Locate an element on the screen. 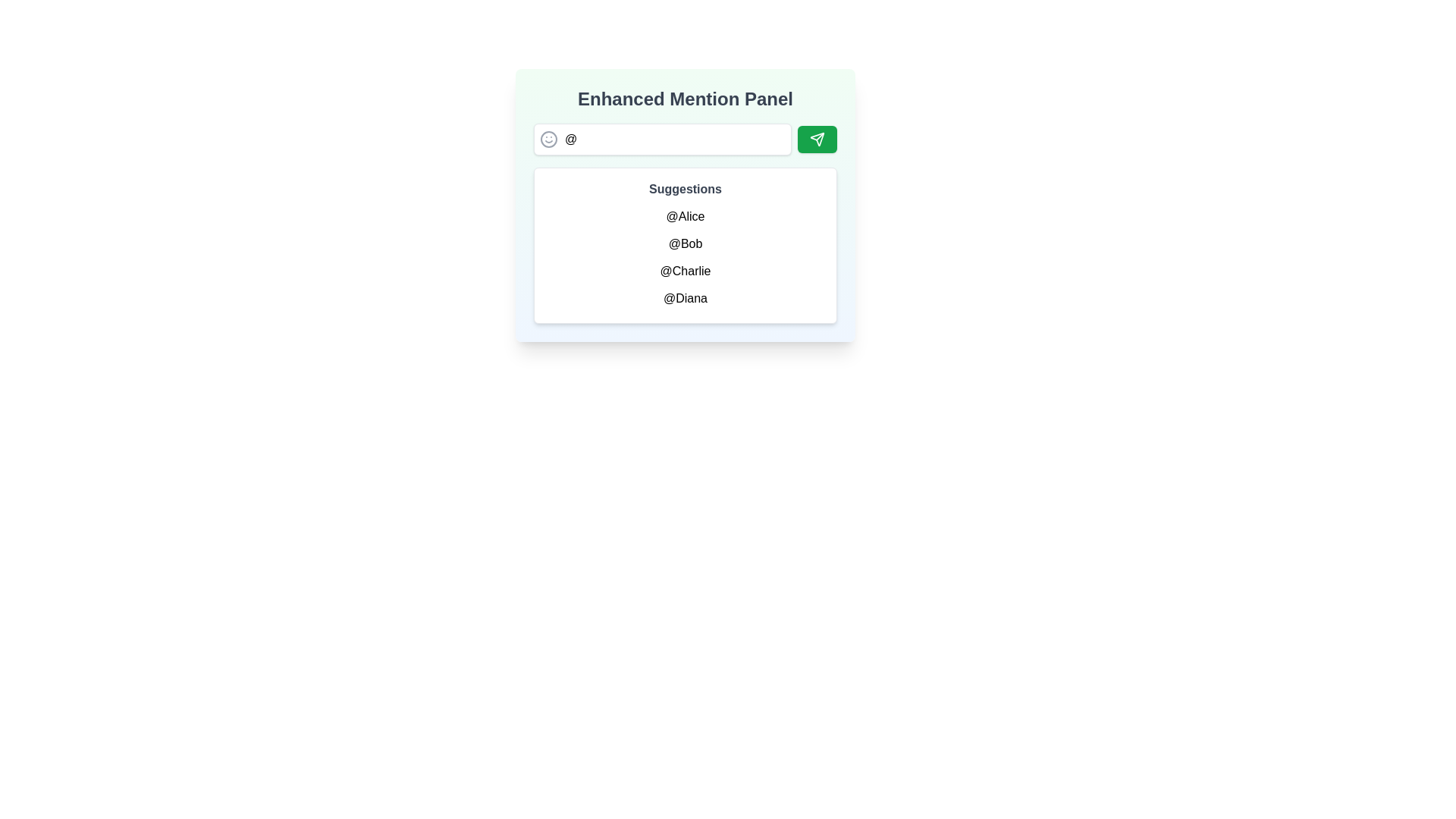 The height and width of the screenshot is (819, 1456). the interactive list item '@Alice' is located at coordinates (684, 216).